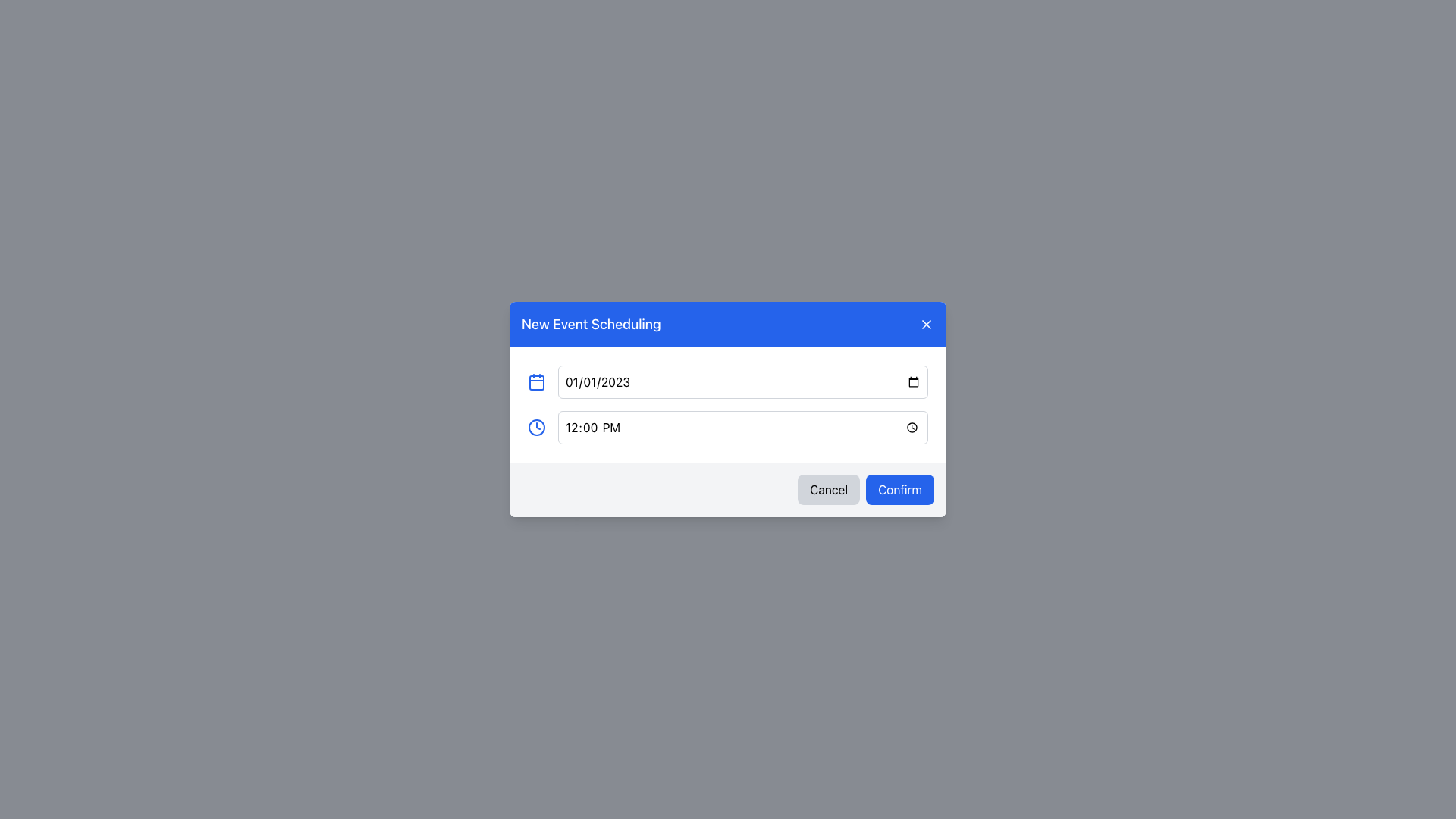  I want to click on the close icon button located in the top-right corner of the blue header bar of the modal dialog, so click(926, 324).